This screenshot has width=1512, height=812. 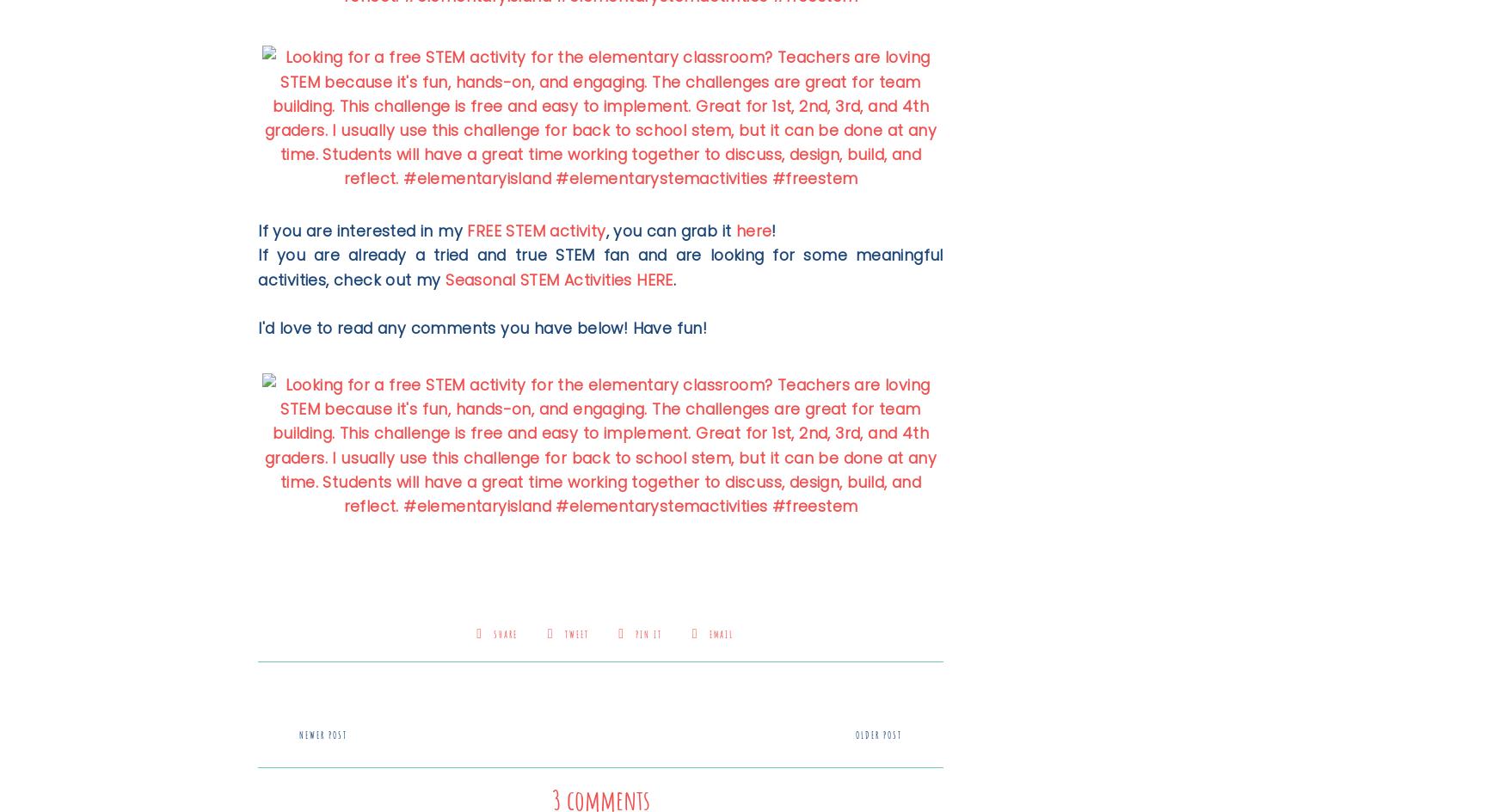 I want to click on 'FREE STEM activity', so click(x=536, y=231).